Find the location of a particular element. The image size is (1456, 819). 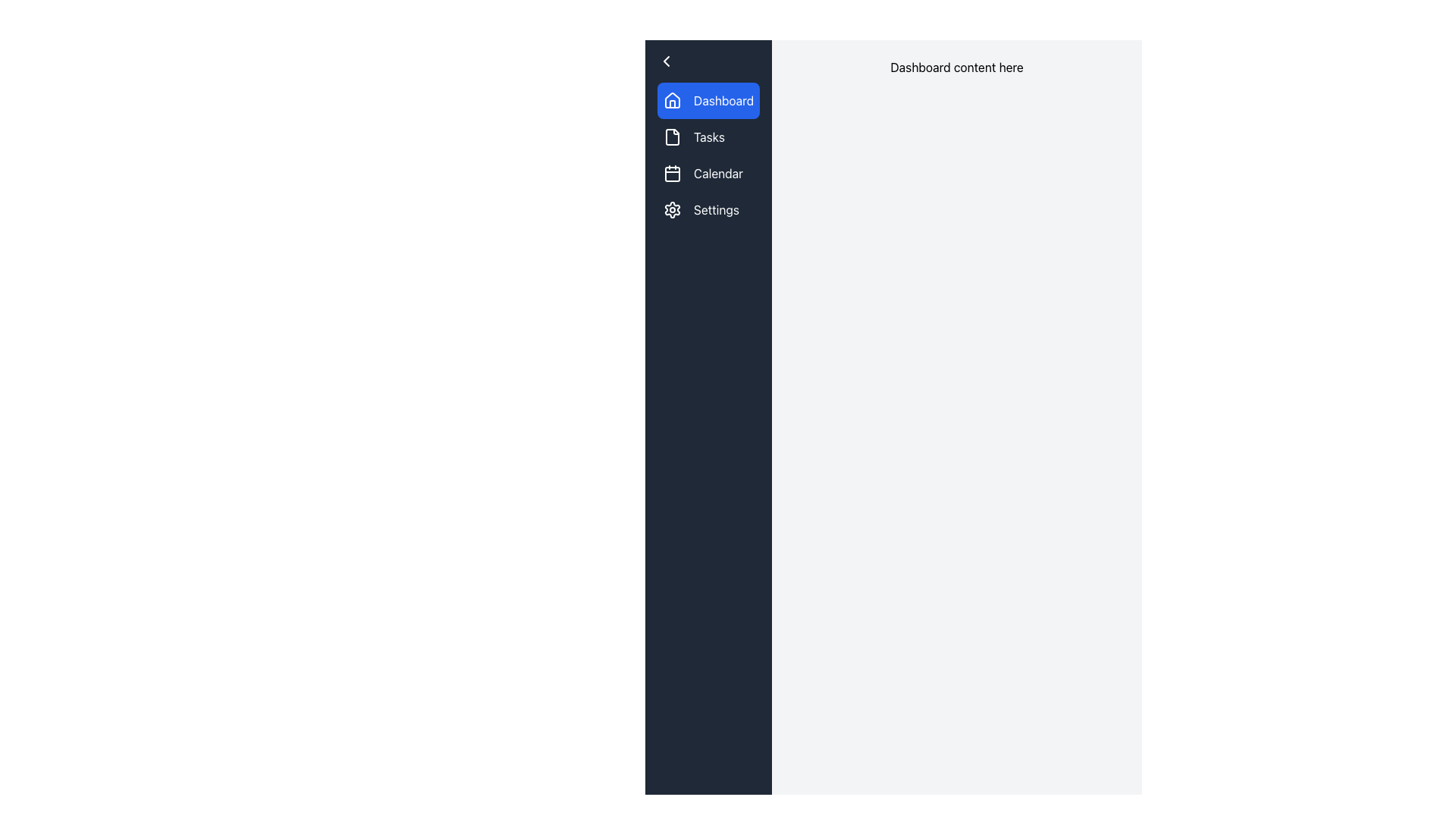

the navigation button located at the top left corner of the sidebar is located at coordinates (666, 61).